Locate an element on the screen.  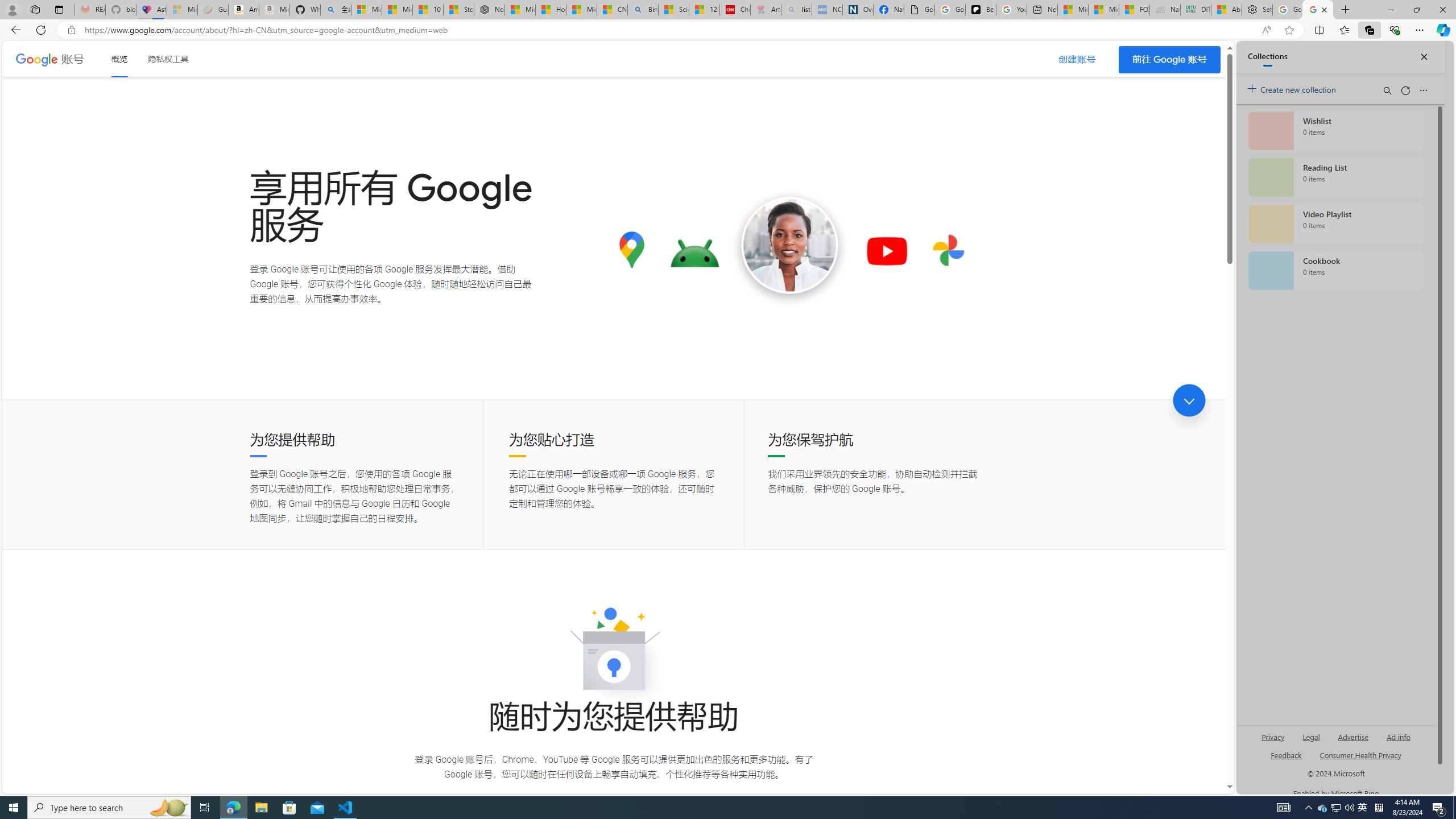
'FOX News - MSN' is located at coordinates (1134, 9).